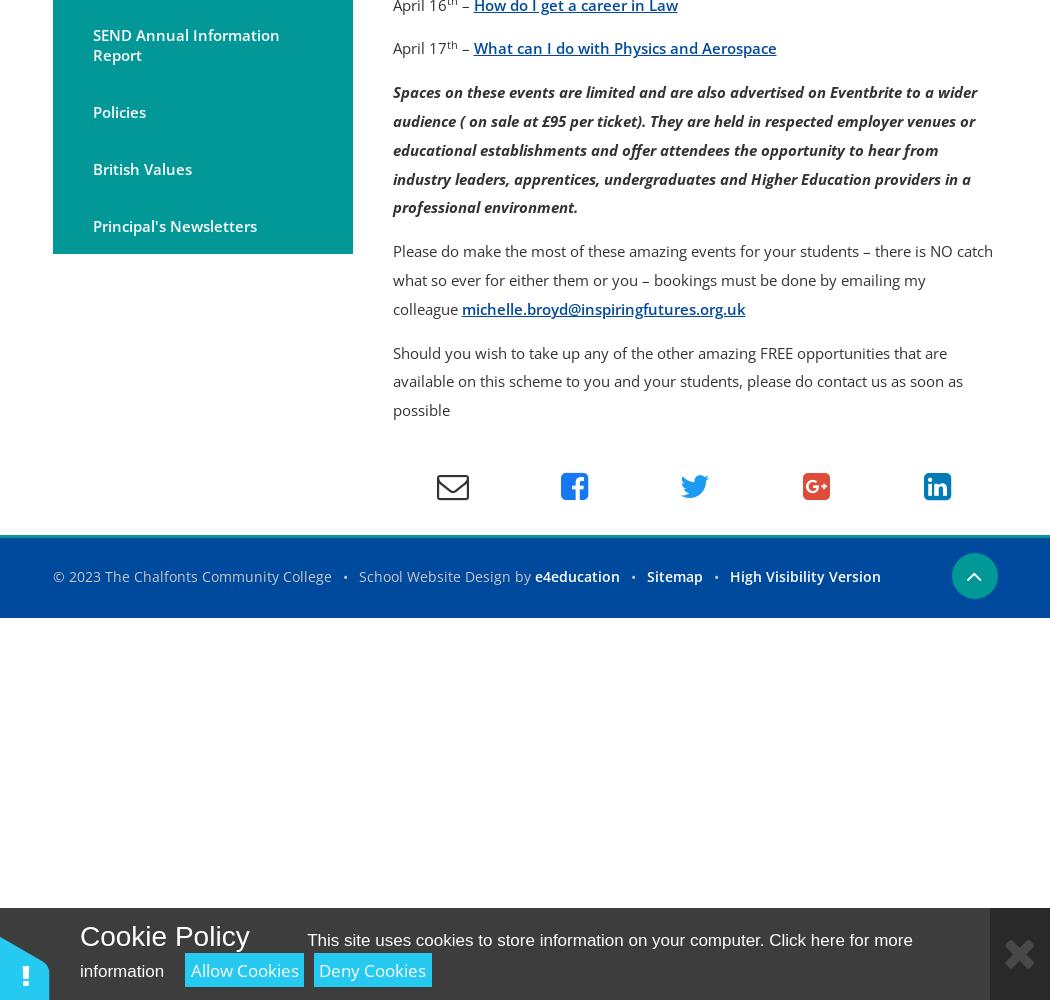 Image resolution: width=1050 pixels, height=1000 pixels. Describe the element at coordinates (534, 575) in the screenshot. I see `'e4education'` at that location.